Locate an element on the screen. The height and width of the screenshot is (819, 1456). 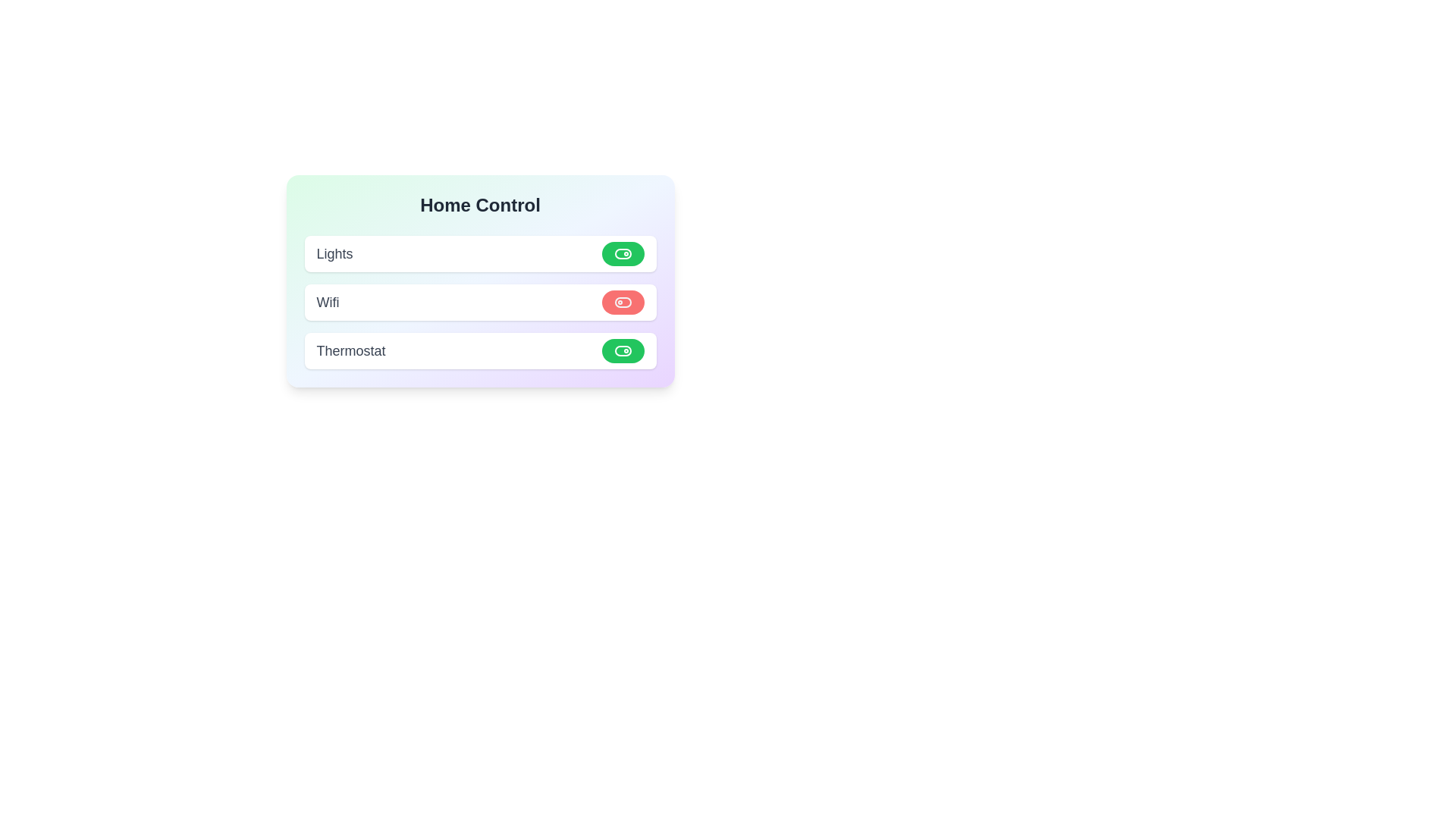
the 'Thermostat' toggle switch is located at coordinates (623, 350).